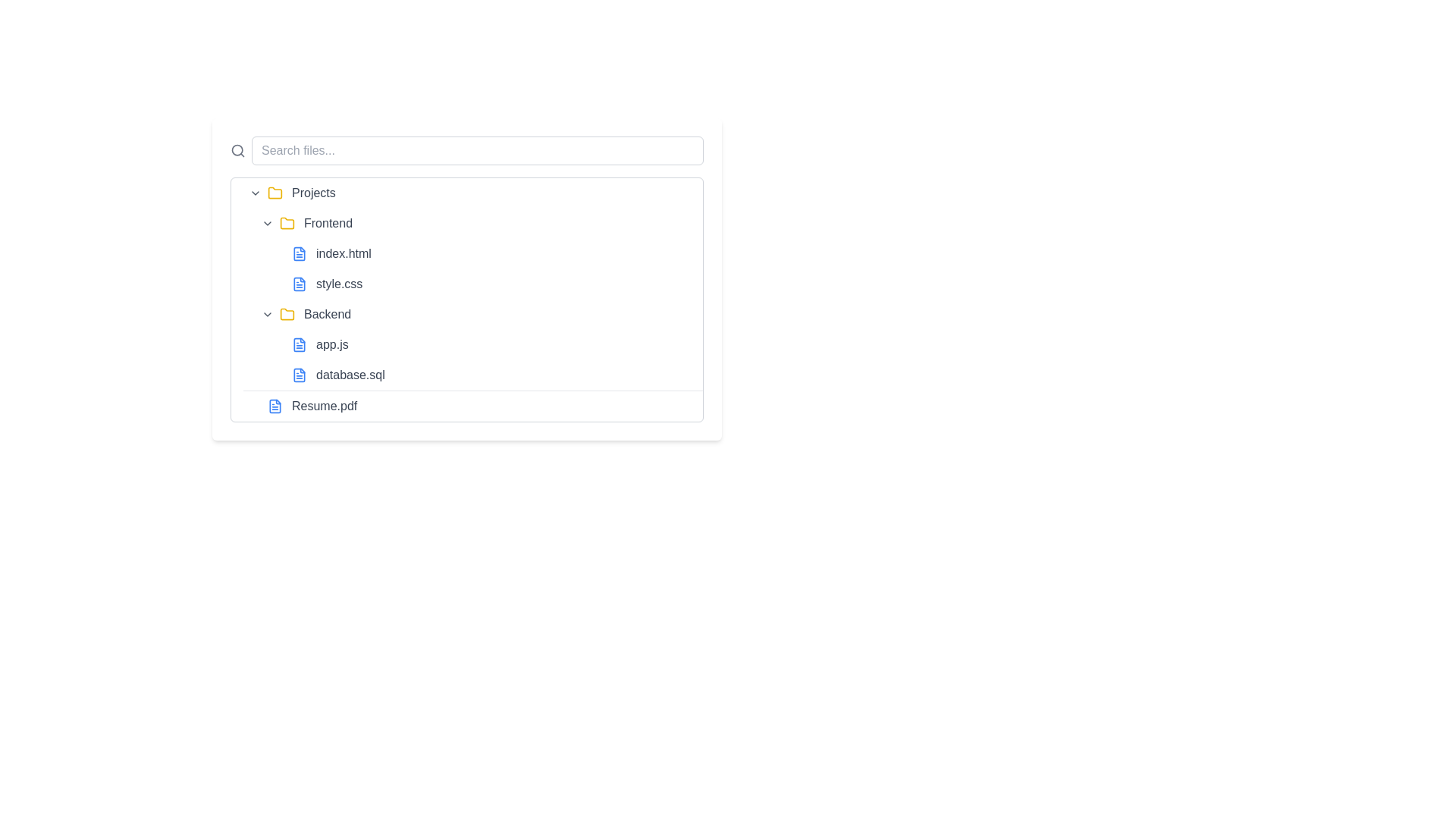  I want to click on to select the file named 'Resume.pdf' in the file tree, which is represented as a standalone item after 'database.sql', so click(472, 405).